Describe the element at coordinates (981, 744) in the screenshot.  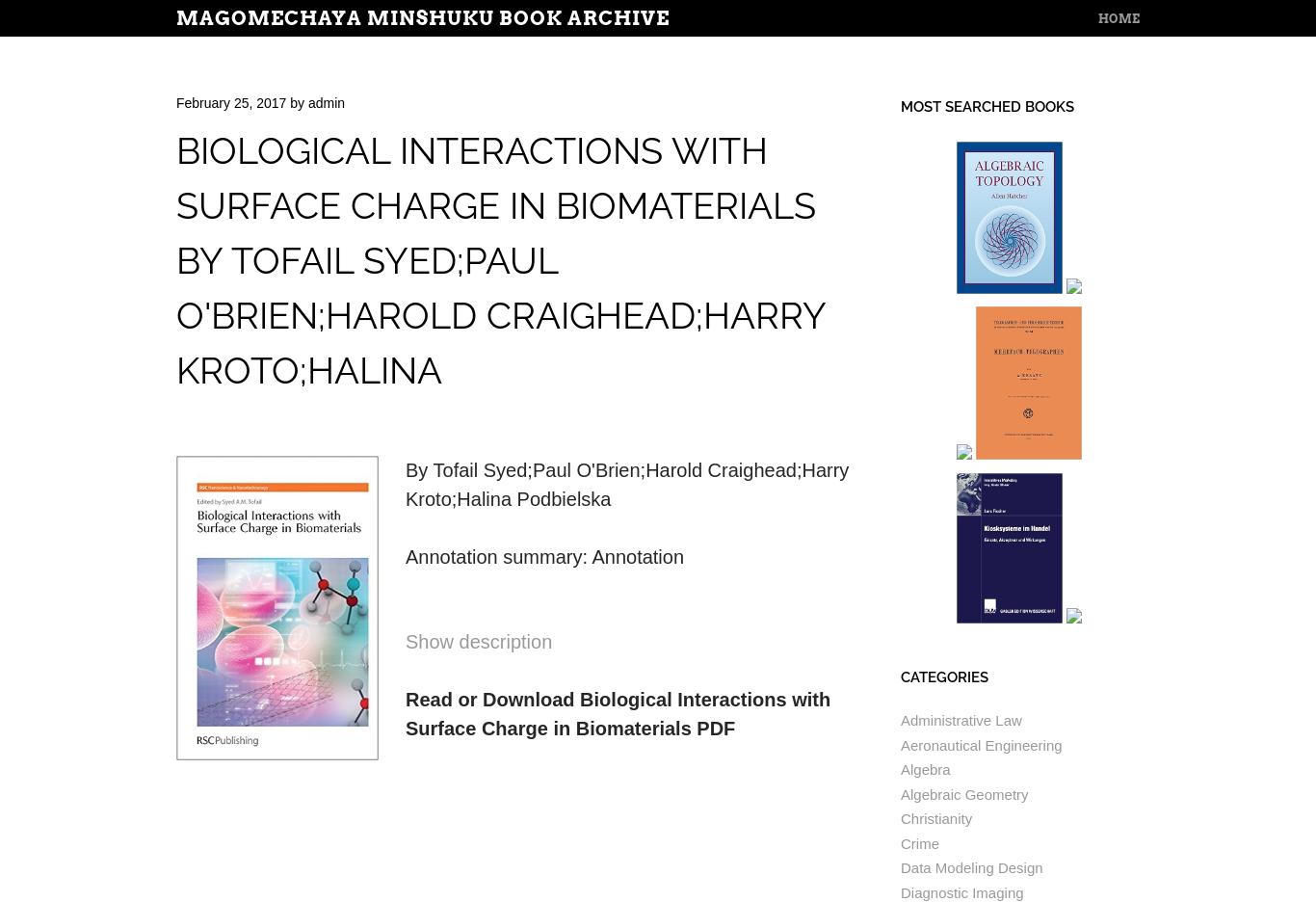
I see `'Aeronautical Engineering'` at that location.